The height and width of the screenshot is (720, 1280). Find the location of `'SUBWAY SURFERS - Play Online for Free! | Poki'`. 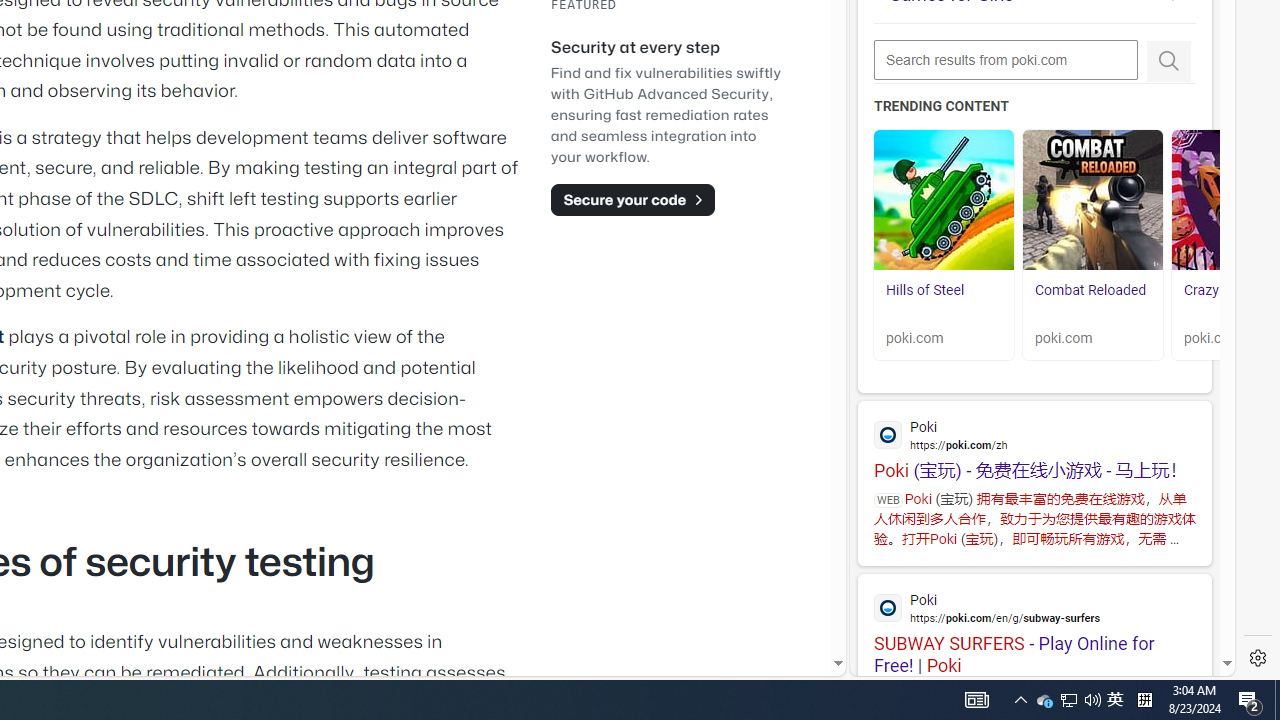

'SUBWAY SURFERS - Play Online for Free! | Poki' is located at coordinates (1034, 624).